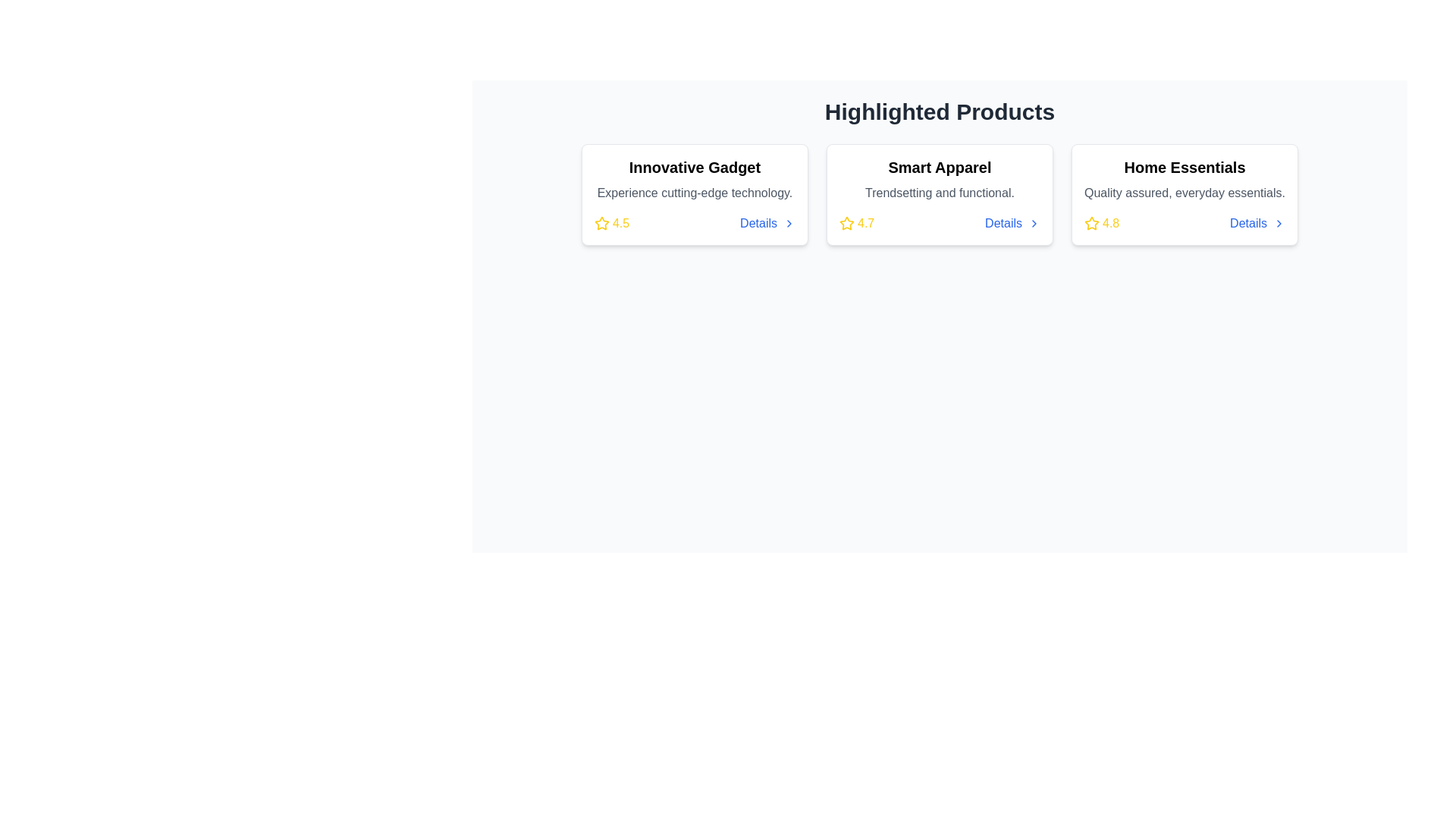 This screenshot has height=819, width=1456. I want to click on the star-shaped rating icon located to the left of the rating '4.7' in the 'Smart Apparel' product card for interaction, so click(846, 223).